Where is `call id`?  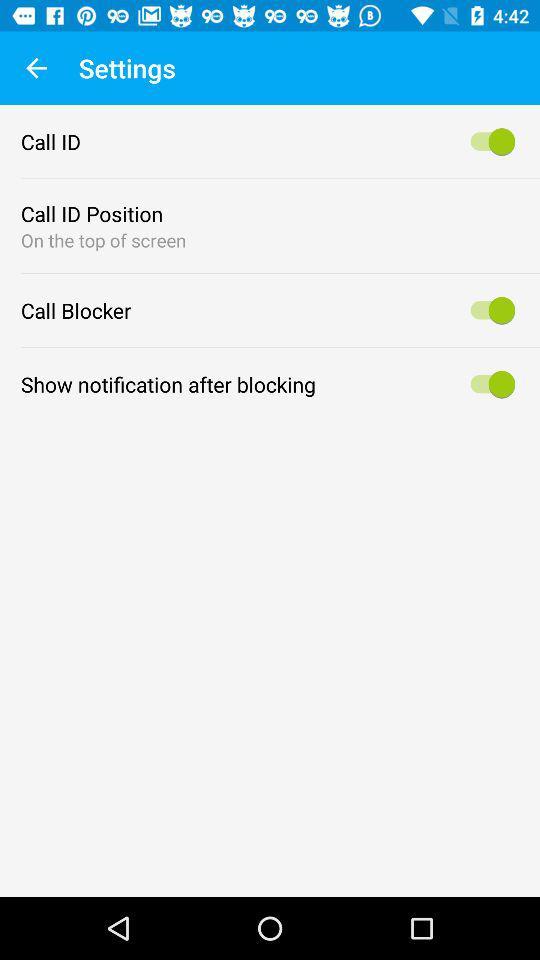
call id is located at coordinates (488, 140).